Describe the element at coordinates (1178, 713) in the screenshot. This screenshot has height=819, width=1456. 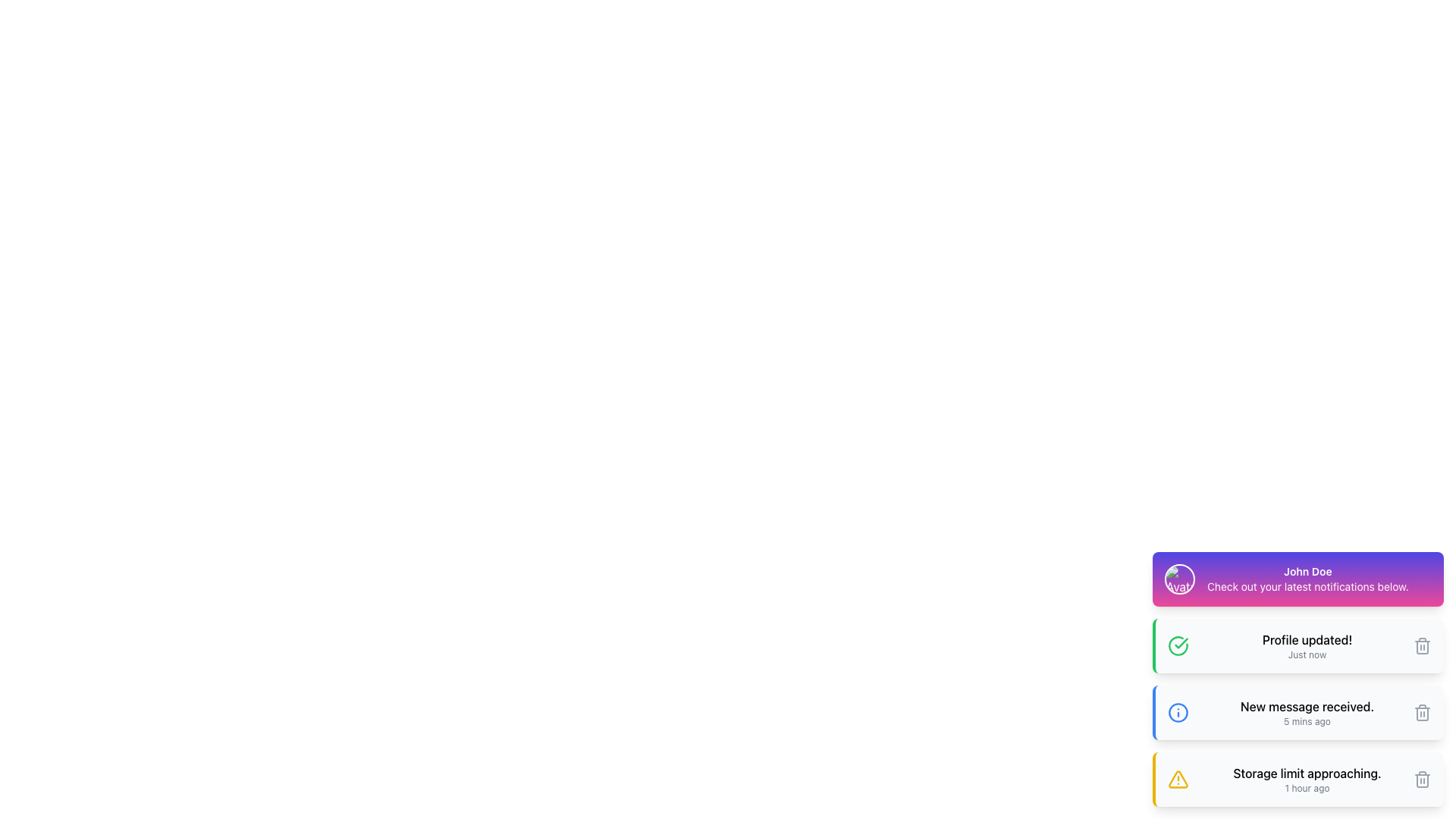
I see `the Circular Graphic Icon indicating a notification within the 'New message received' card` at that location.